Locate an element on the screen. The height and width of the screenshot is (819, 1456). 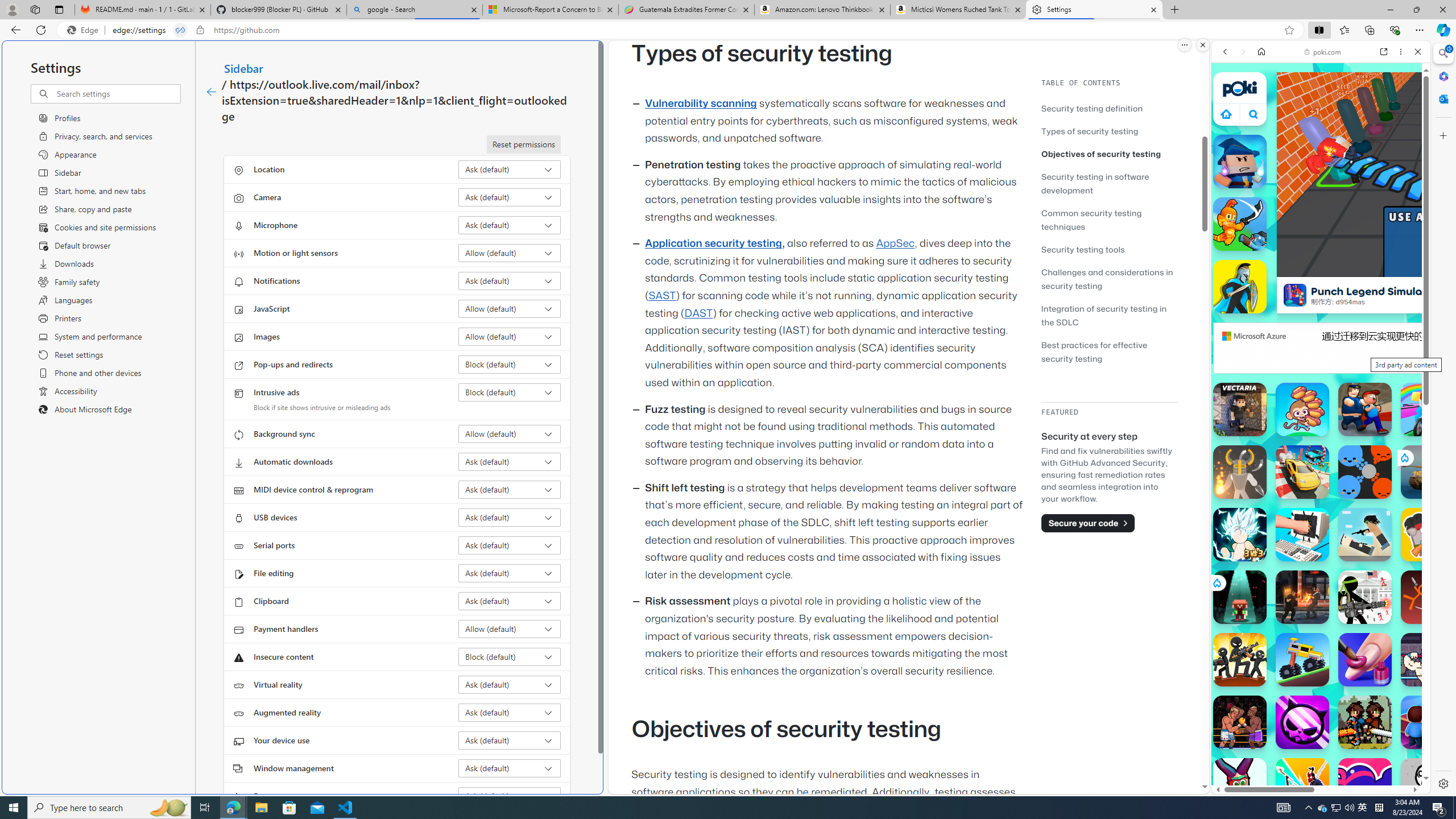
'Class: B_5ykBA46kDOxiz_R9wm' is located at coordinates (1254, 113).